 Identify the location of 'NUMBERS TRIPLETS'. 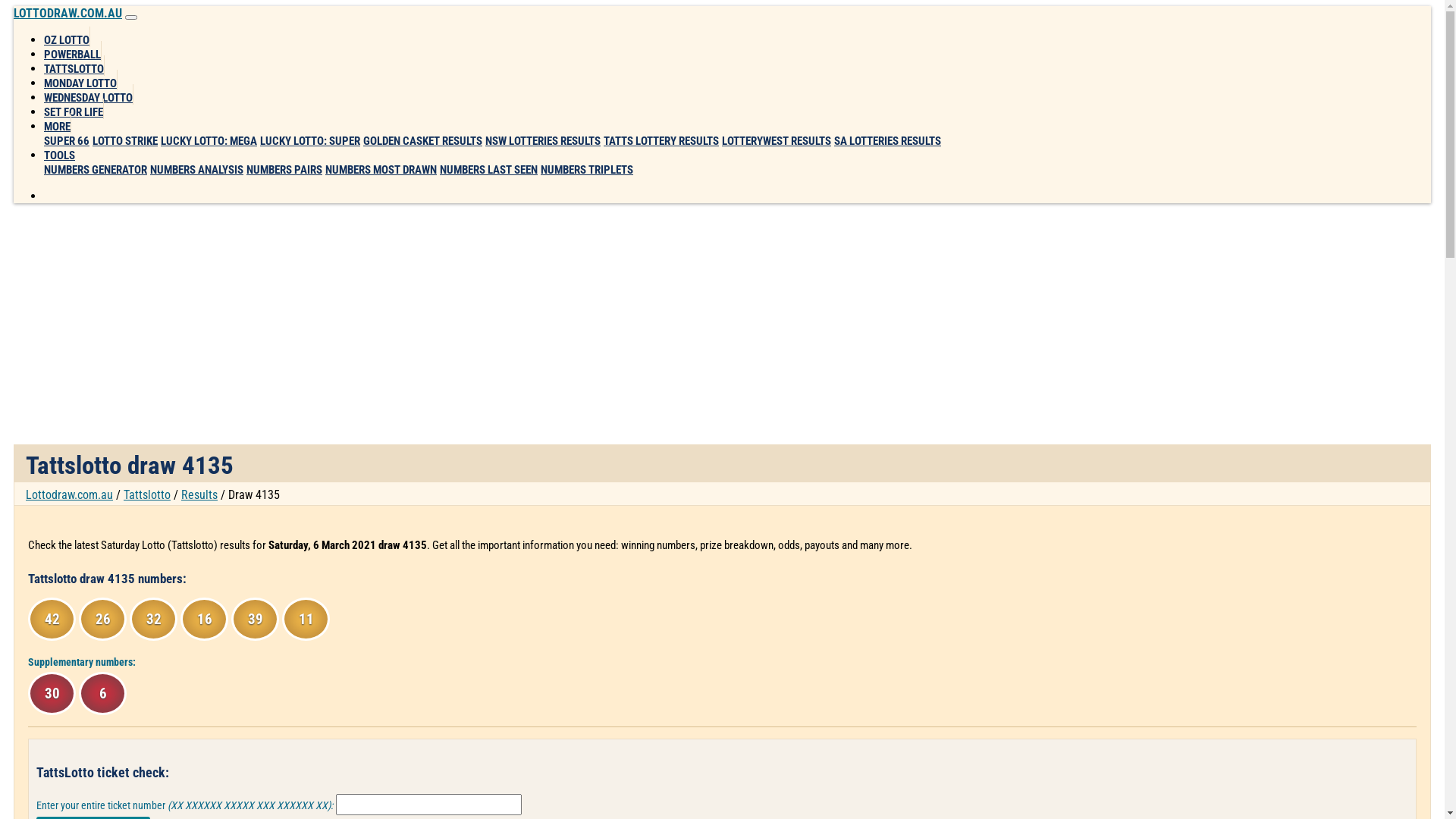
(585, 169).